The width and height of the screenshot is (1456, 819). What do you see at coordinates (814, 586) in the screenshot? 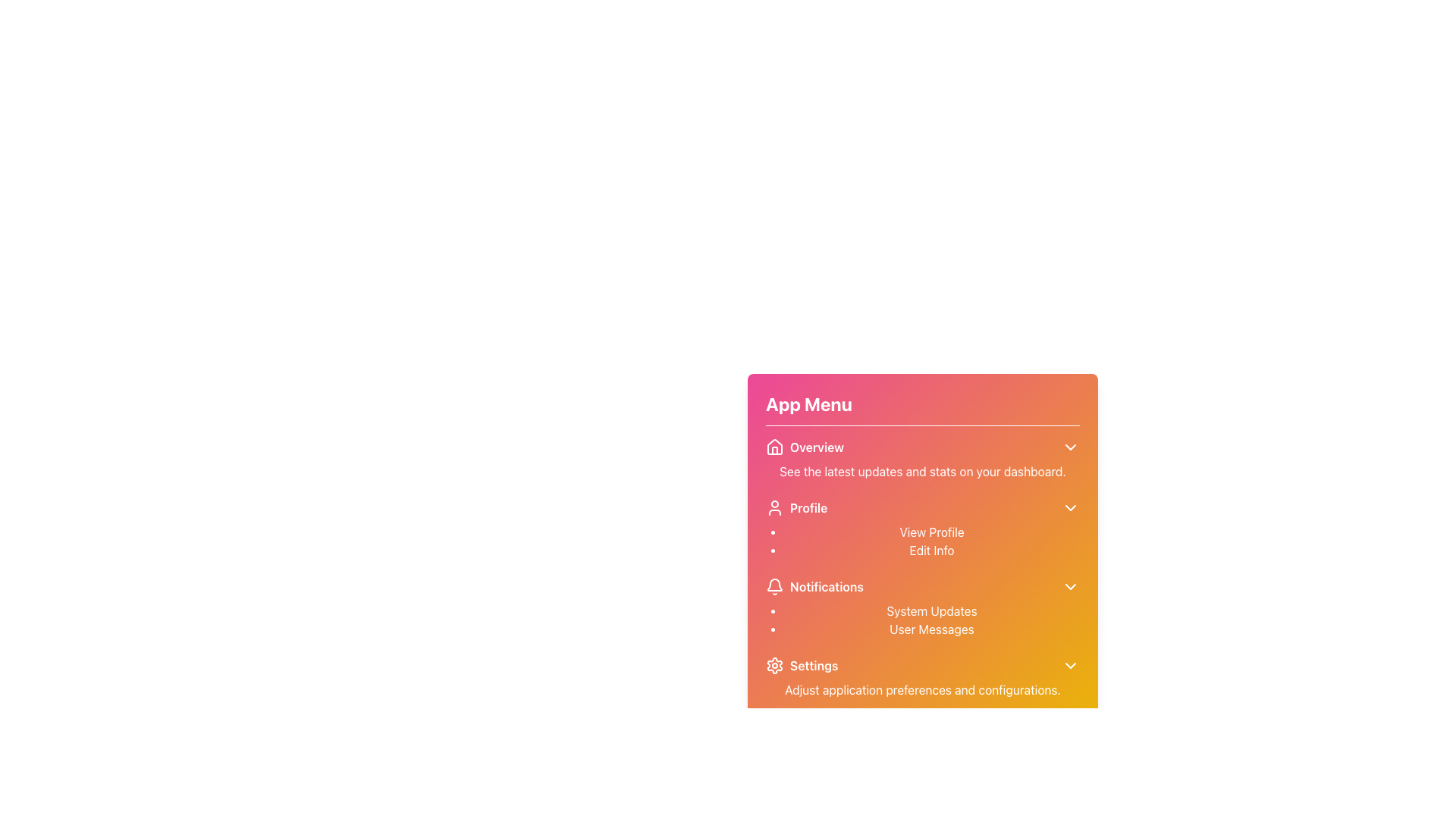
I see `the third primary menu item in the menu panel that allows users` at bounding box center [814, 586].